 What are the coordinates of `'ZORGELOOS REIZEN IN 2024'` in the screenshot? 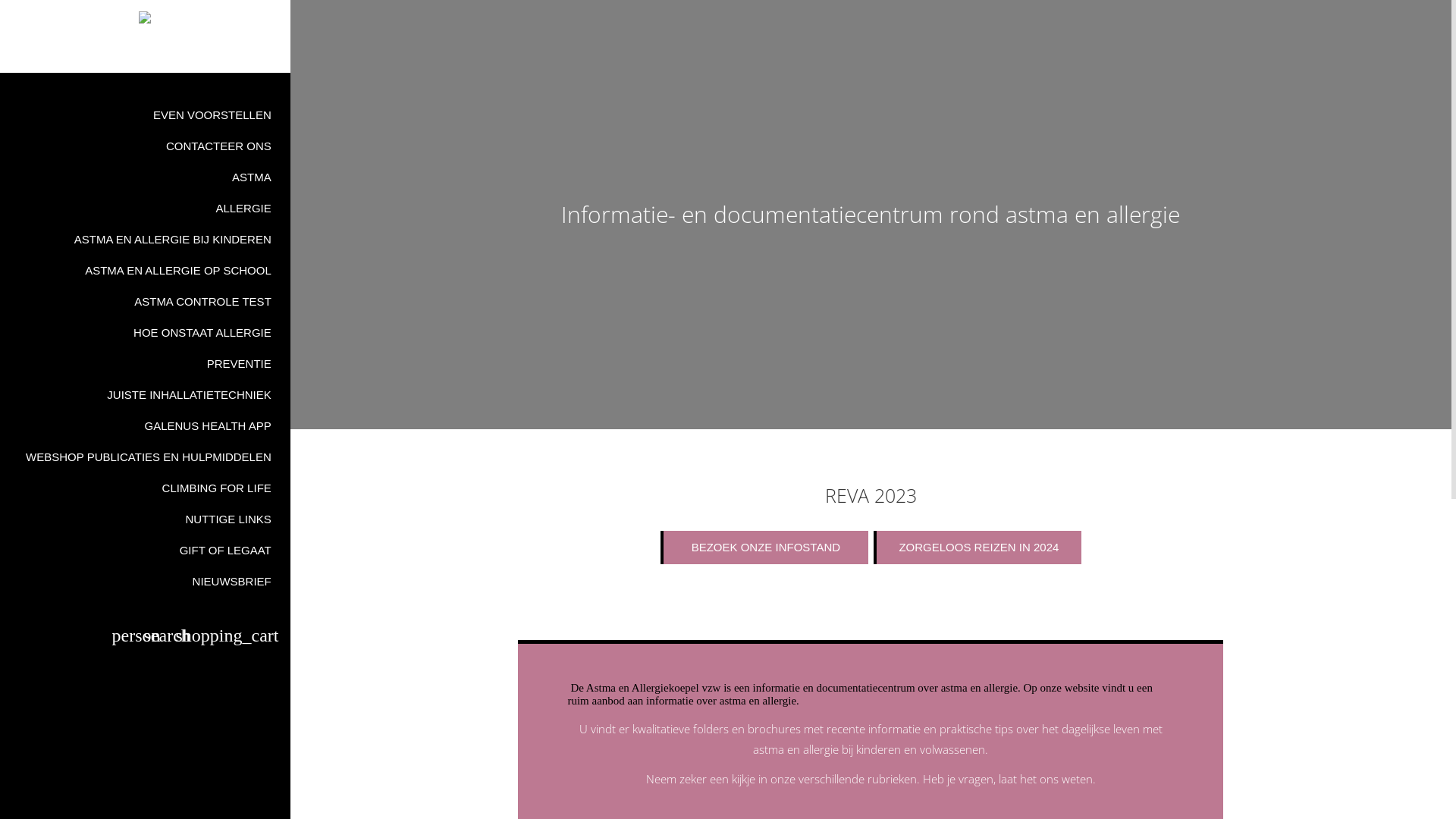 It's located at (977, 547).